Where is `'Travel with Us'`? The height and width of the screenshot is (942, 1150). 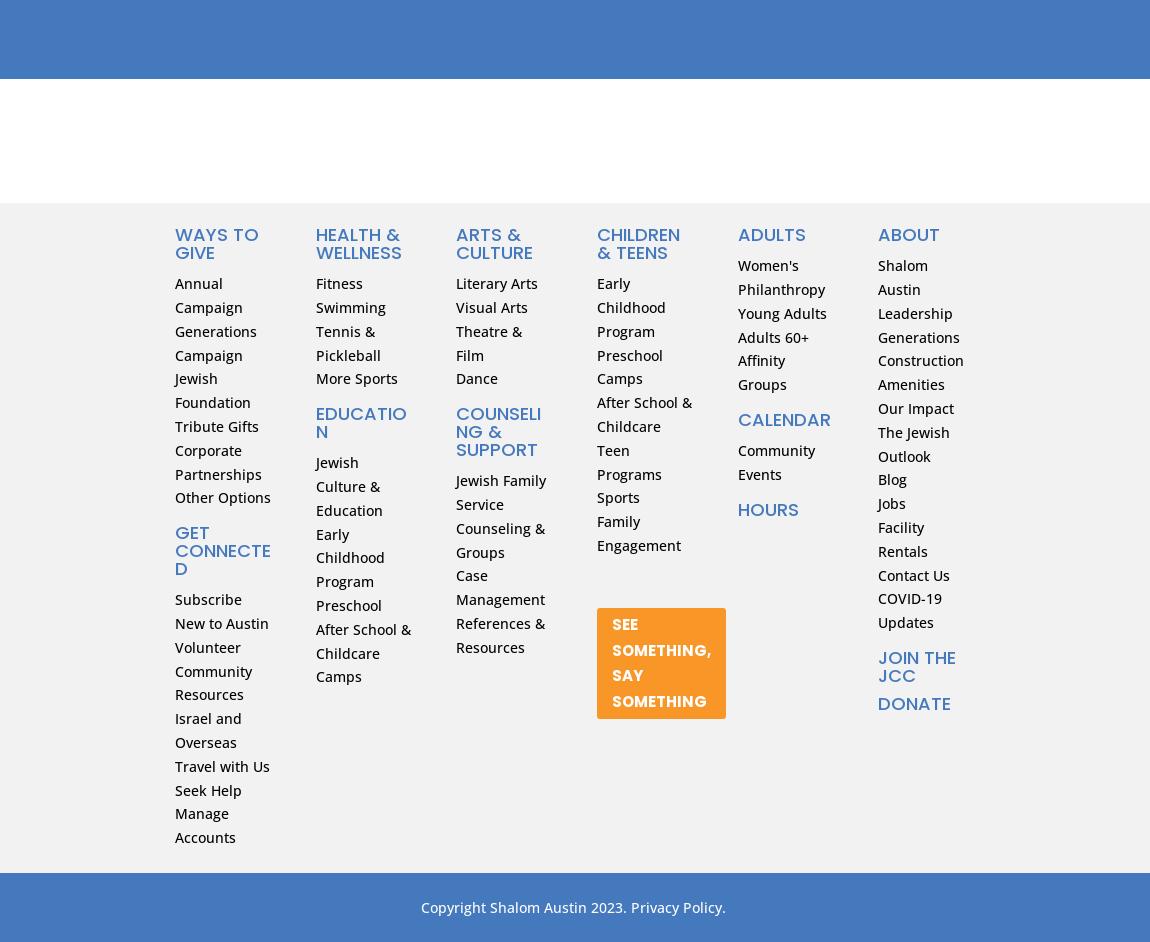 'Travel with Us' is located at coordinates (221, 765).